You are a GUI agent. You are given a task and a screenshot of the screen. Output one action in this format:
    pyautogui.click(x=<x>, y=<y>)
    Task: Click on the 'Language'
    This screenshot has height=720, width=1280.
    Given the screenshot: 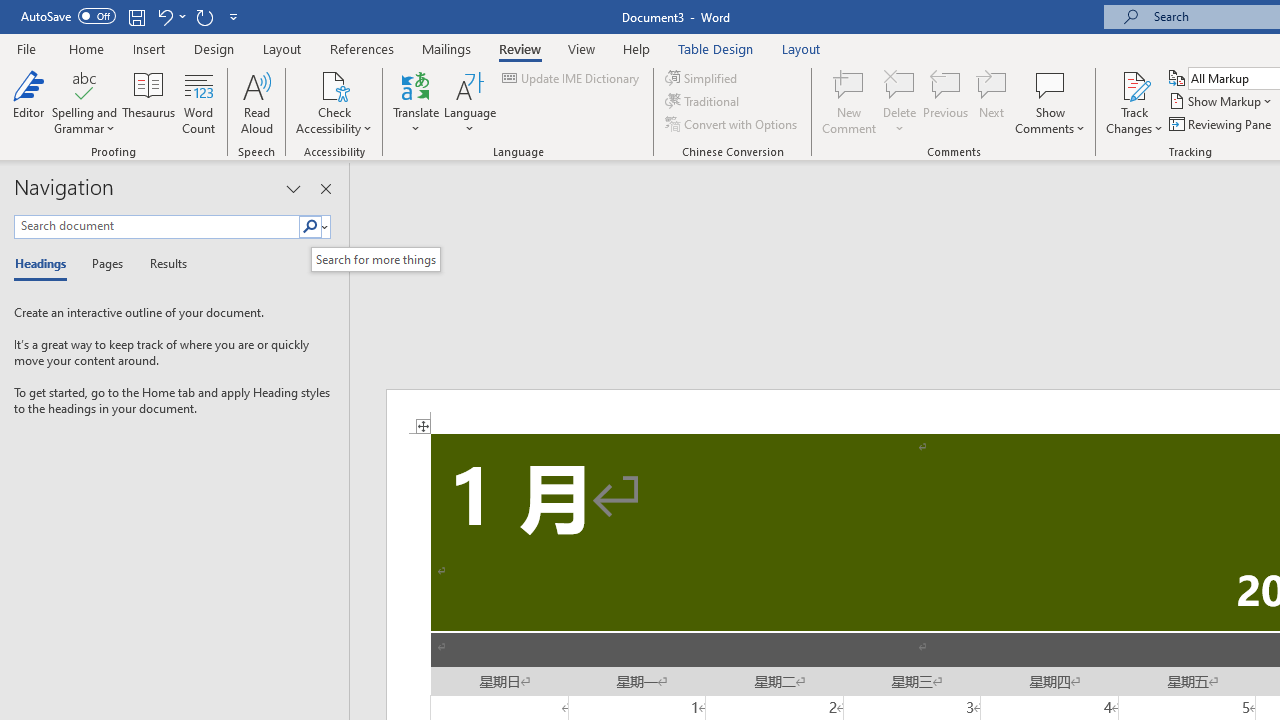 What is the action you would take?
    pyautogui.click(x=469, y=103)
    